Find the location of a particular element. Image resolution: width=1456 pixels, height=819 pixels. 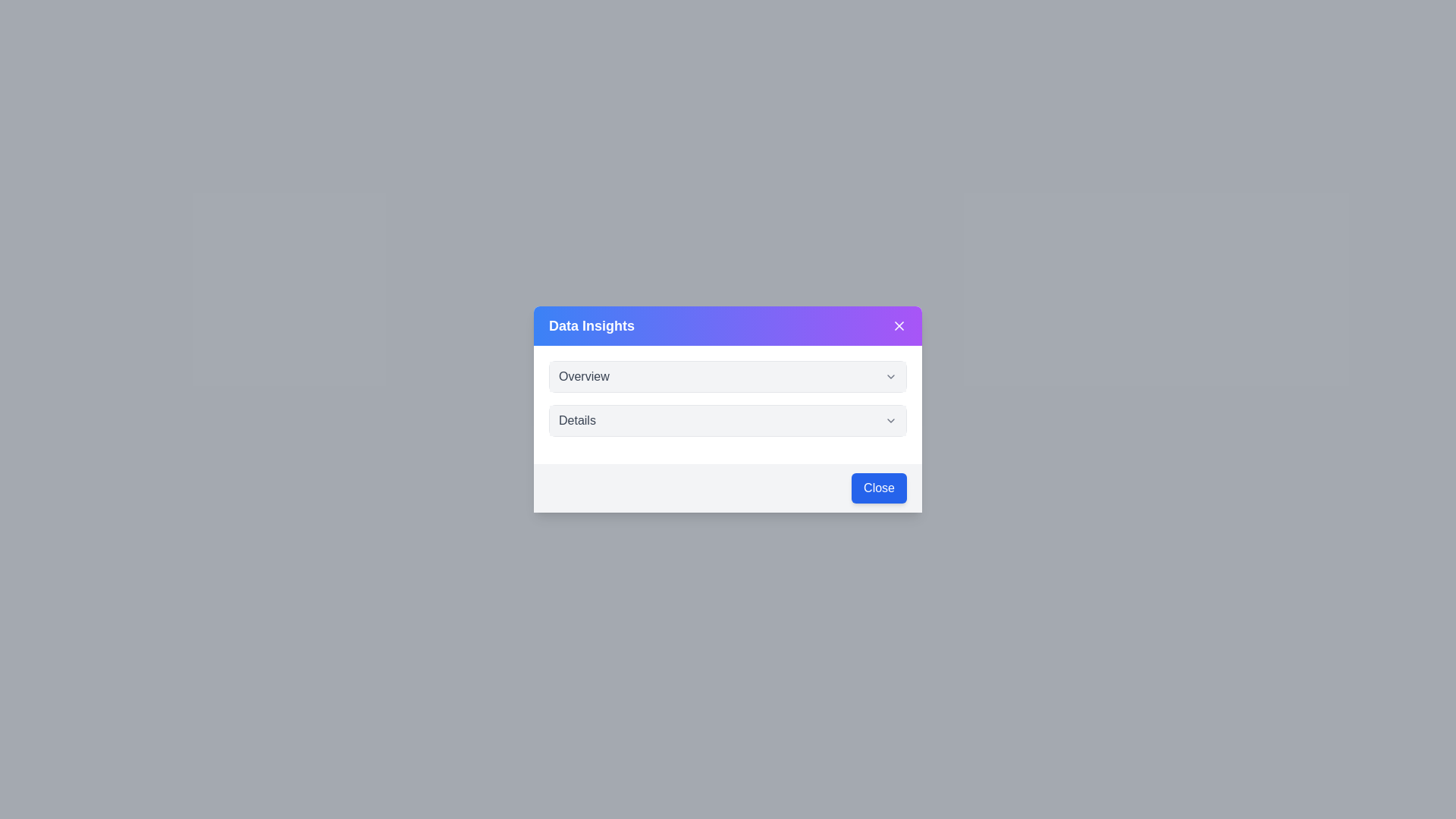

the Close button to close the dialog is located at coordinates (879, 488).